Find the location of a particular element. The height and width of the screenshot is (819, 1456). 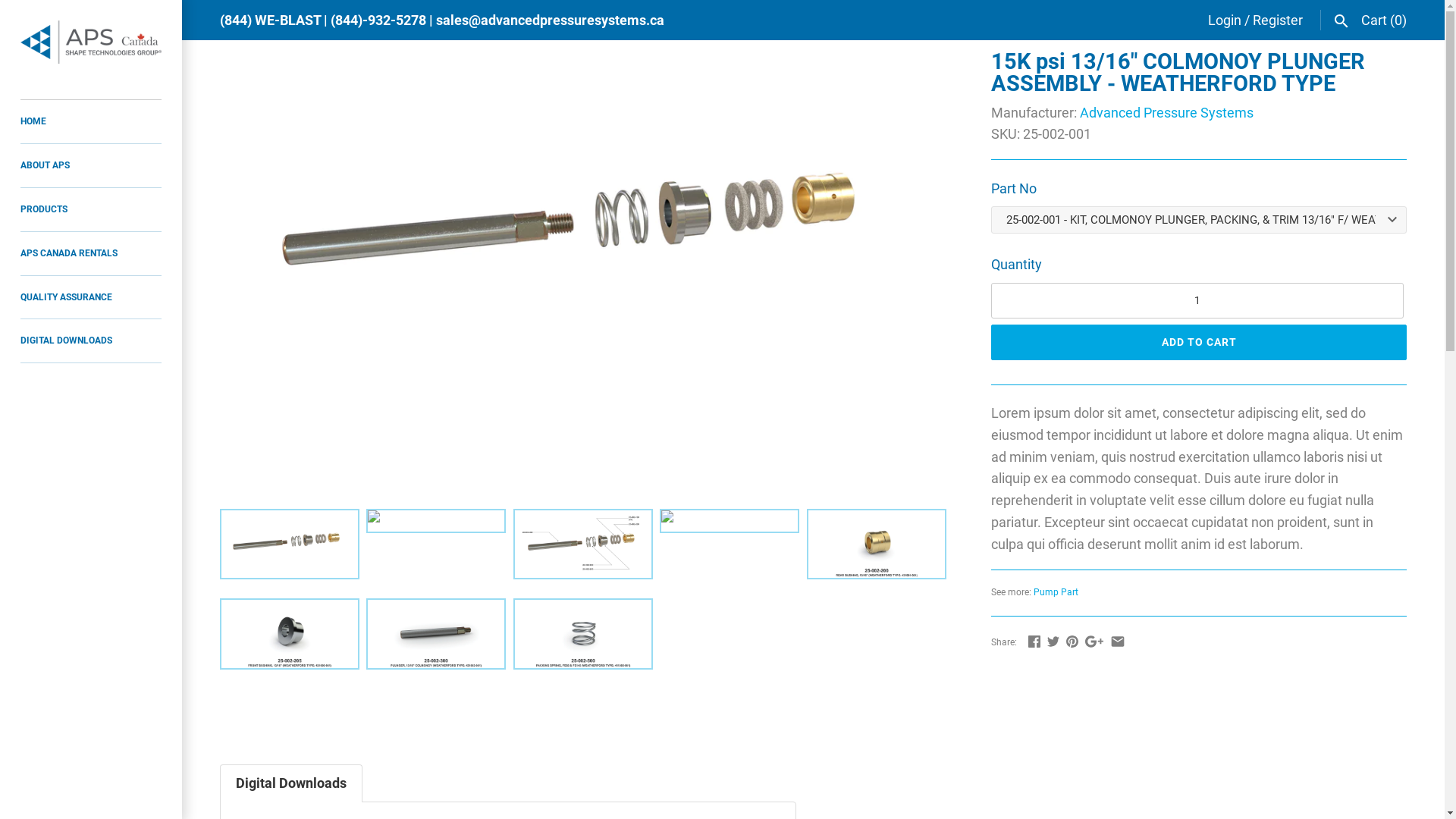

'Register' is located at coordinates (1276, 20).